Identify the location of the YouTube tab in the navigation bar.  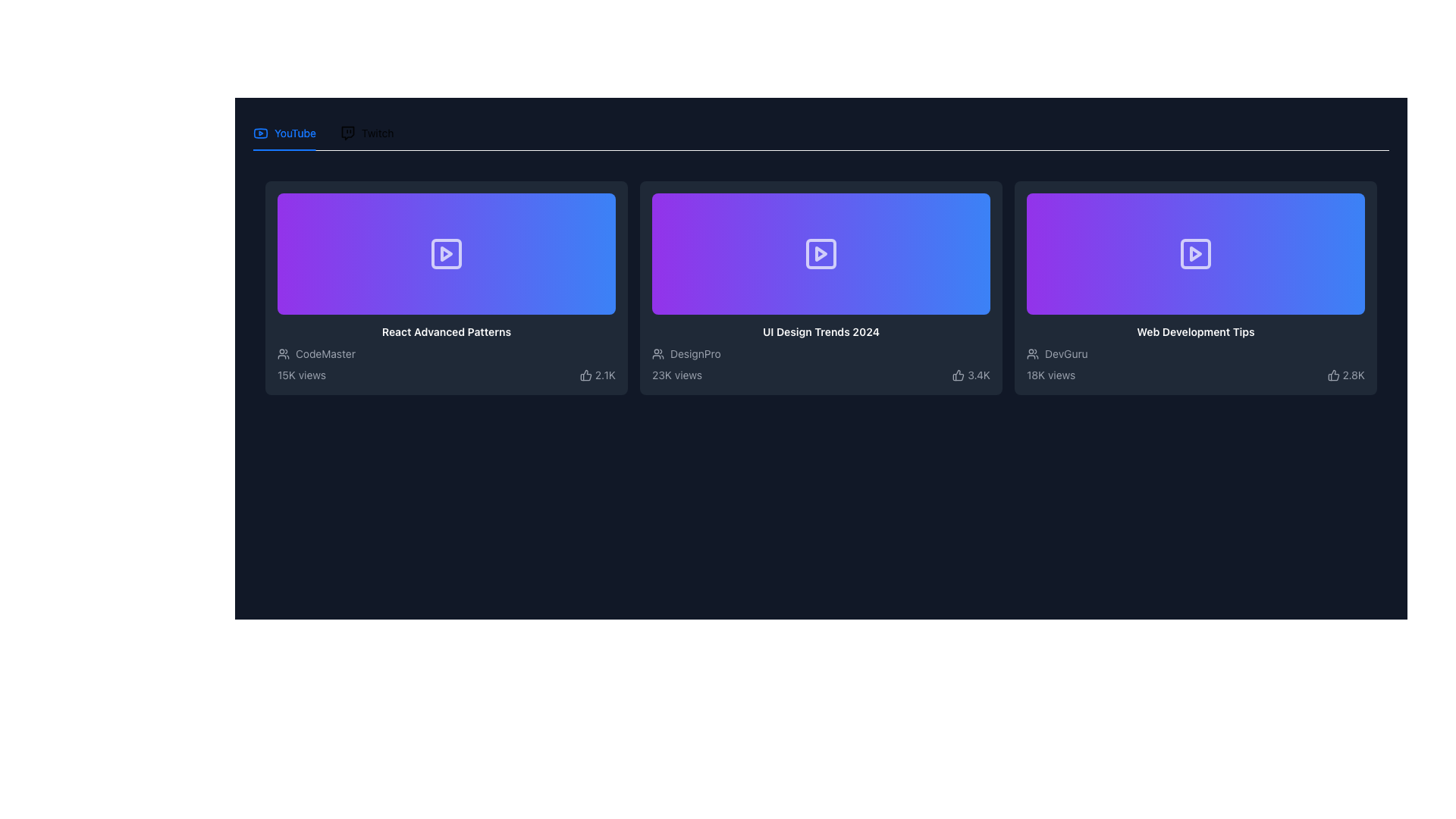
(284, 133).